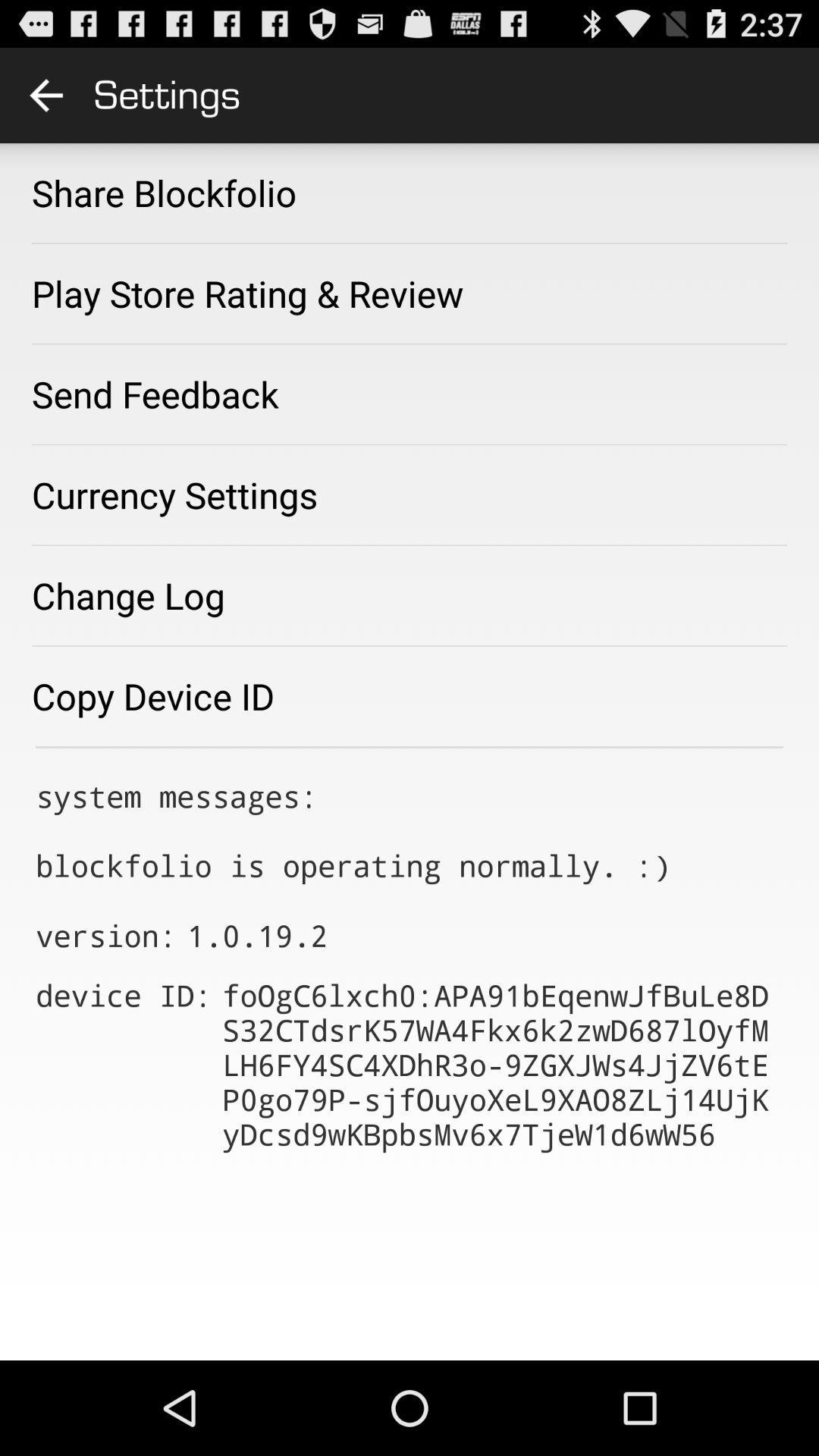  What do you see at coordinates (353, 830) in the screenshot?
I see `the system messages blockfolio app` at bounding box center [353, 830].